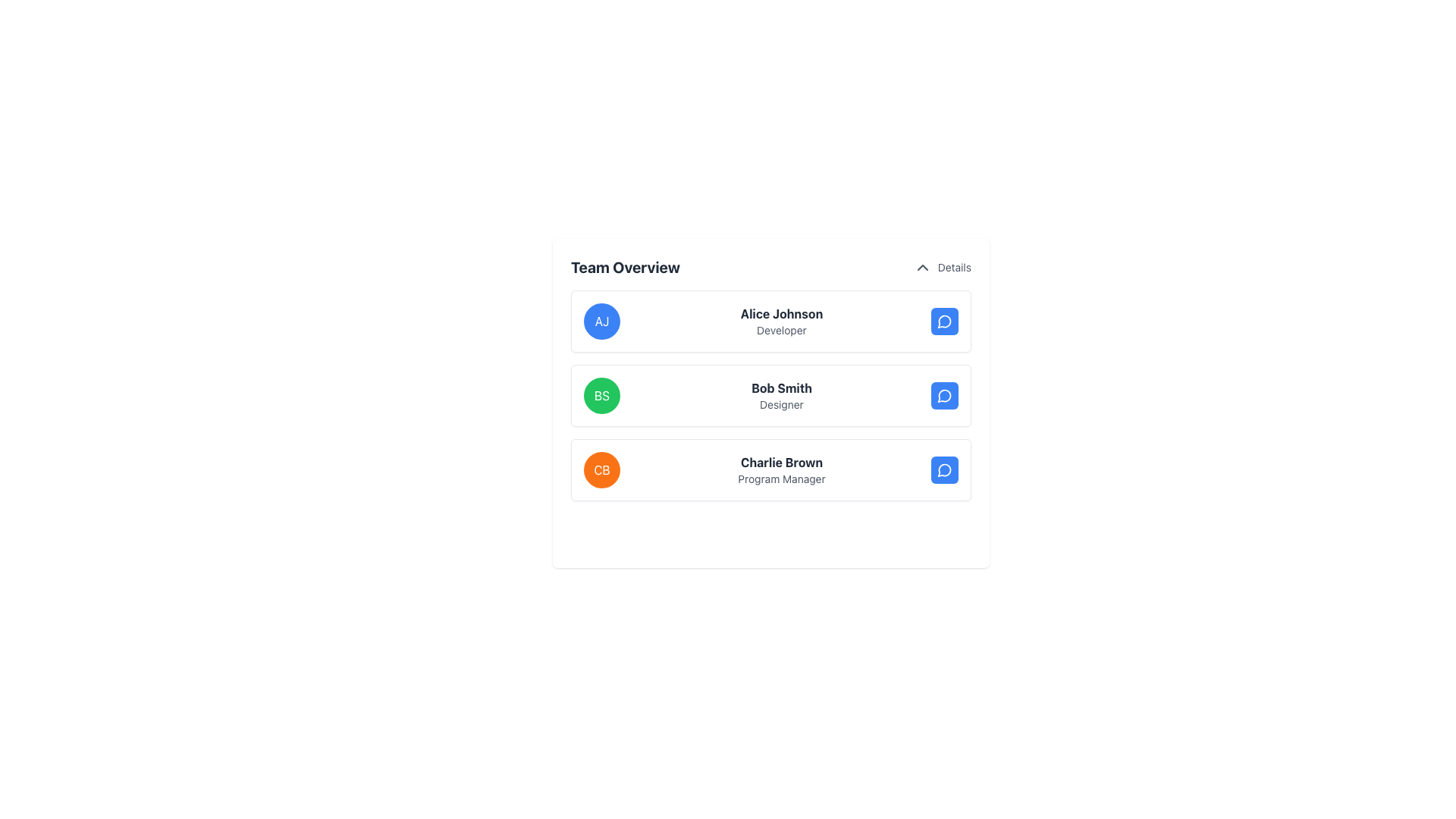 This screenshot has height=819, width=1456. What do you see at coordinates (771, 531) in the screenshot?
I see `the button to add a new member to the team, located below the last team member's card, 'Charlie Brown - Program Manager', in the 'Team Overview' section` at bounding box center [771, 531].